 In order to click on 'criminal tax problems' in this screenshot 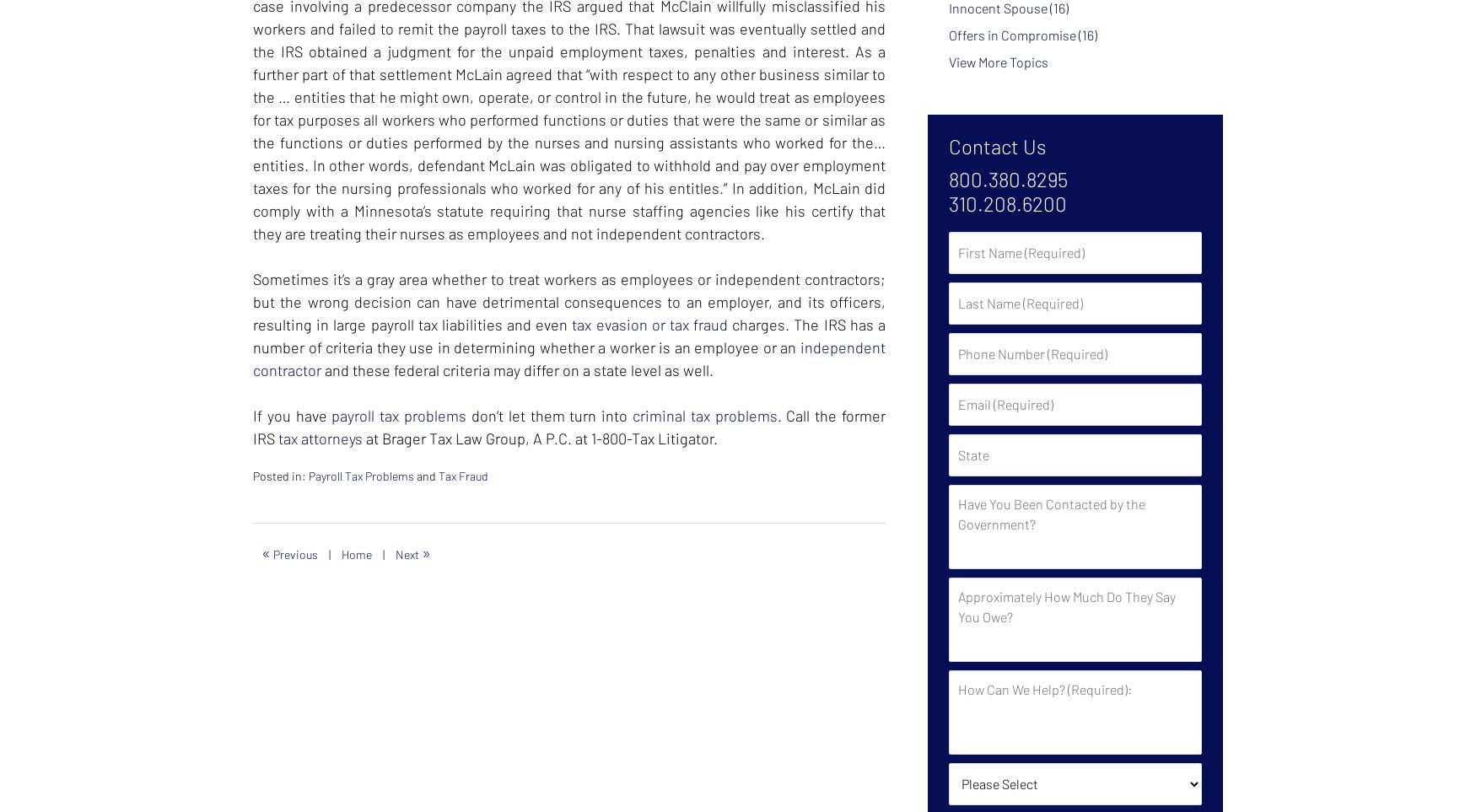, I will do `click(632, 415)`.